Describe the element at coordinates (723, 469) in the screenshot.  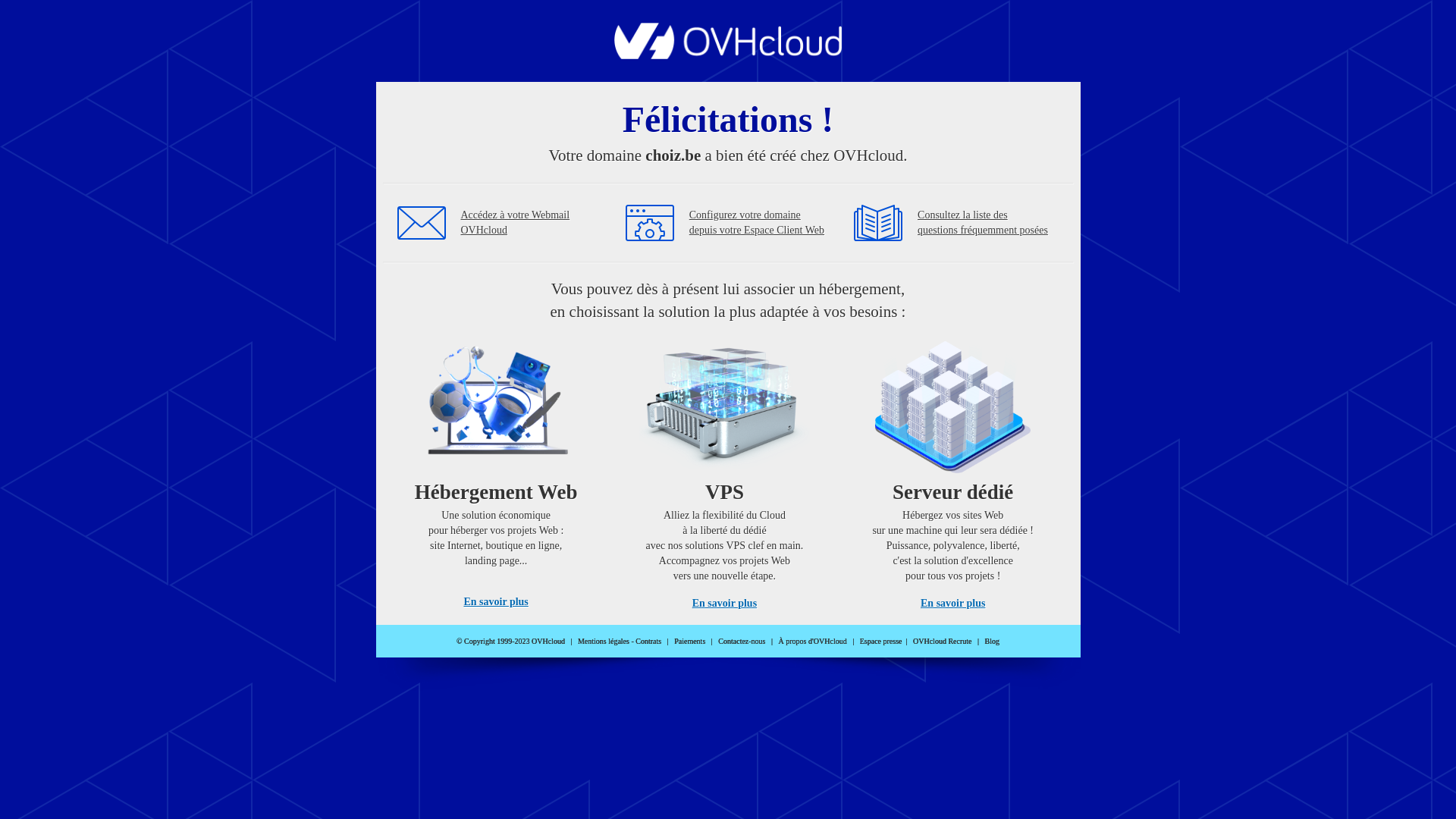
I see `'VPS'` at that location.